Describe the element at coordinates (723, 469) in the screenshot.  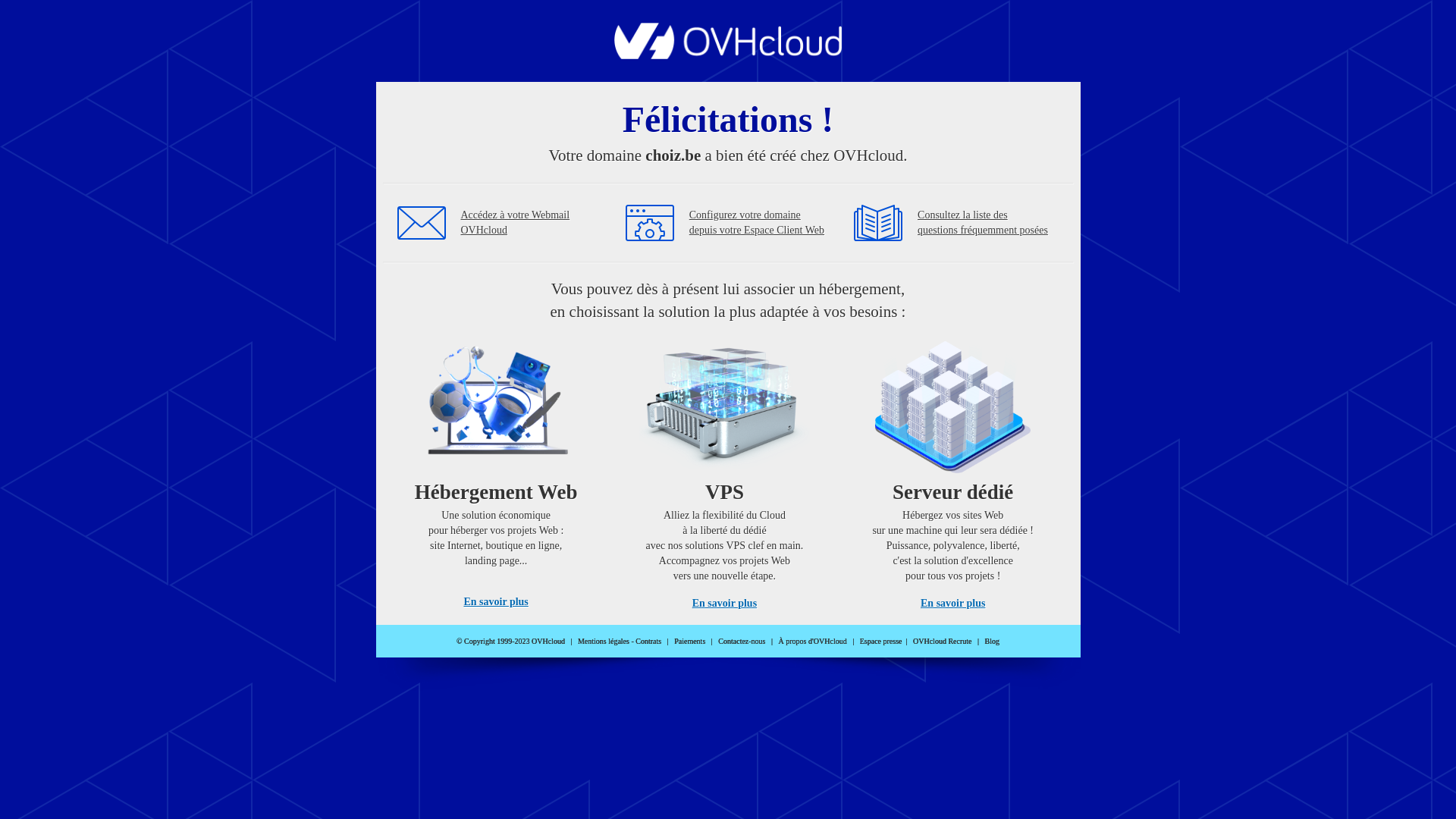
I see `'VPS'` at that location.